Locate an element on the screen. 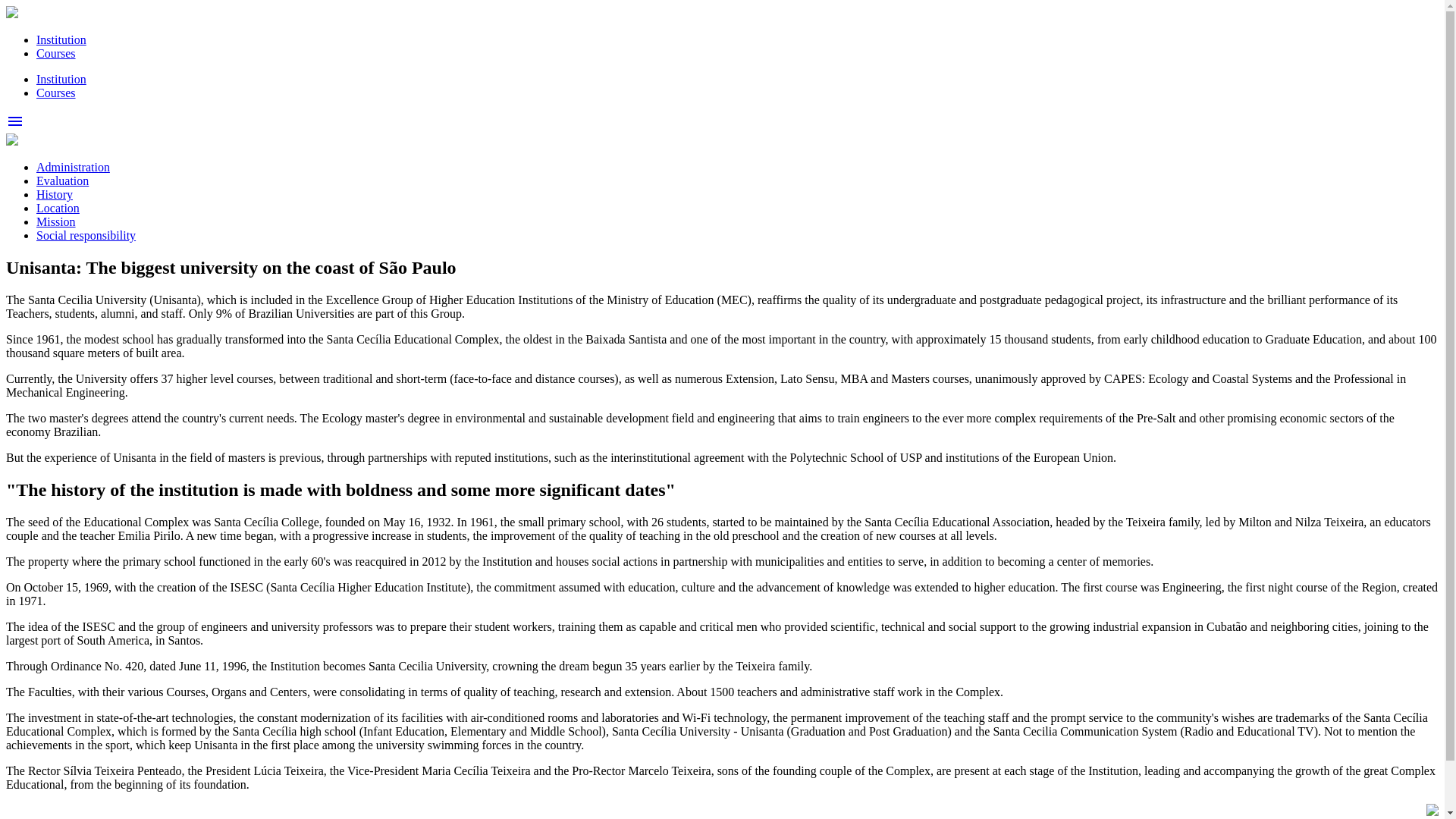 Image resolution: width=1456 pixels, height=819 pixels. 'Social responsibility' is located at coordinates (85, 235).